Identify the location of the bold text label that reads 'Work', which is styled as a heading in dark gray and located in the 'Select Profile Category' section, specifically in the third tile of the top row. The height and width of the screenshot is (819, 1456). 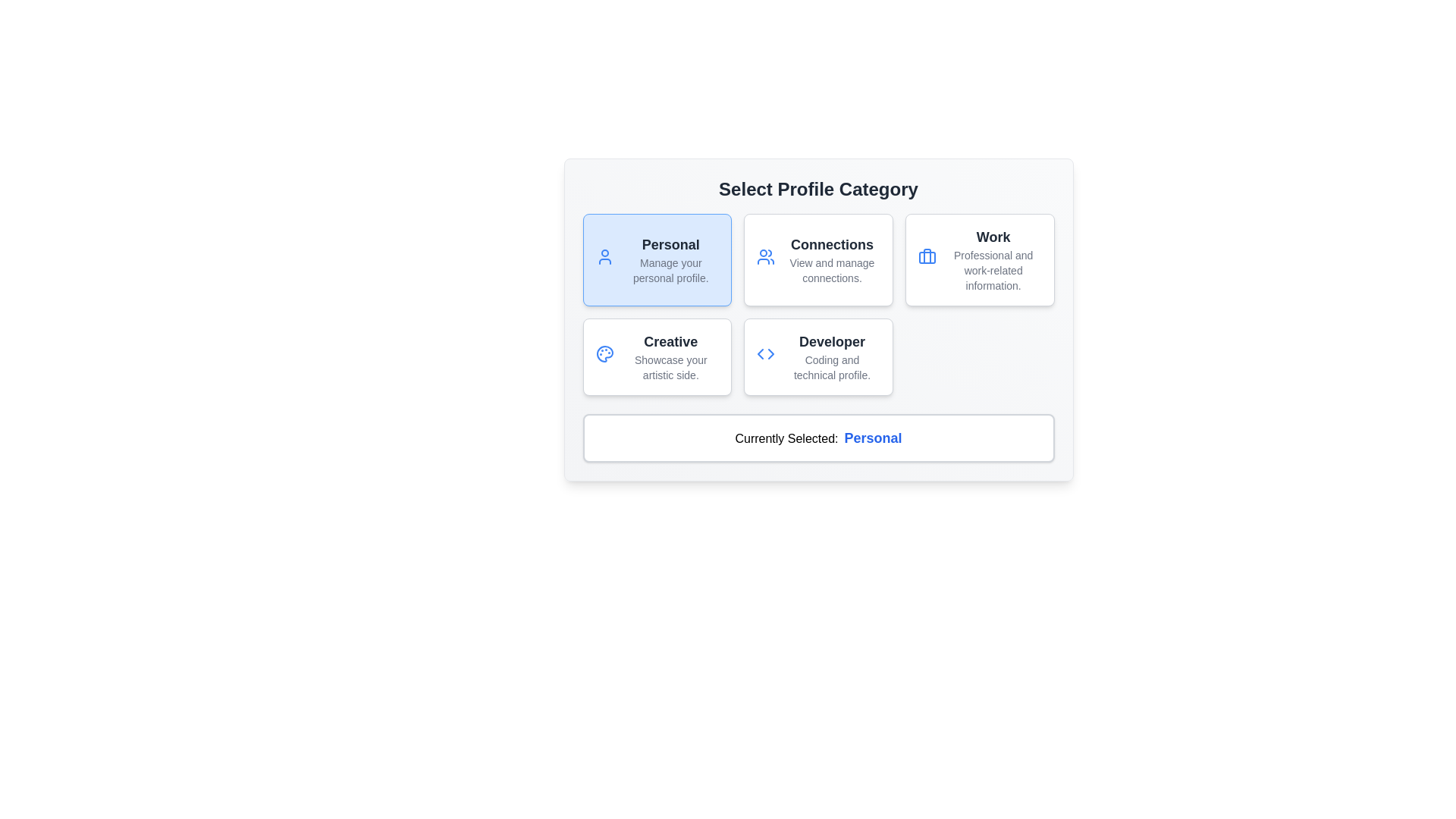
(993, 237).